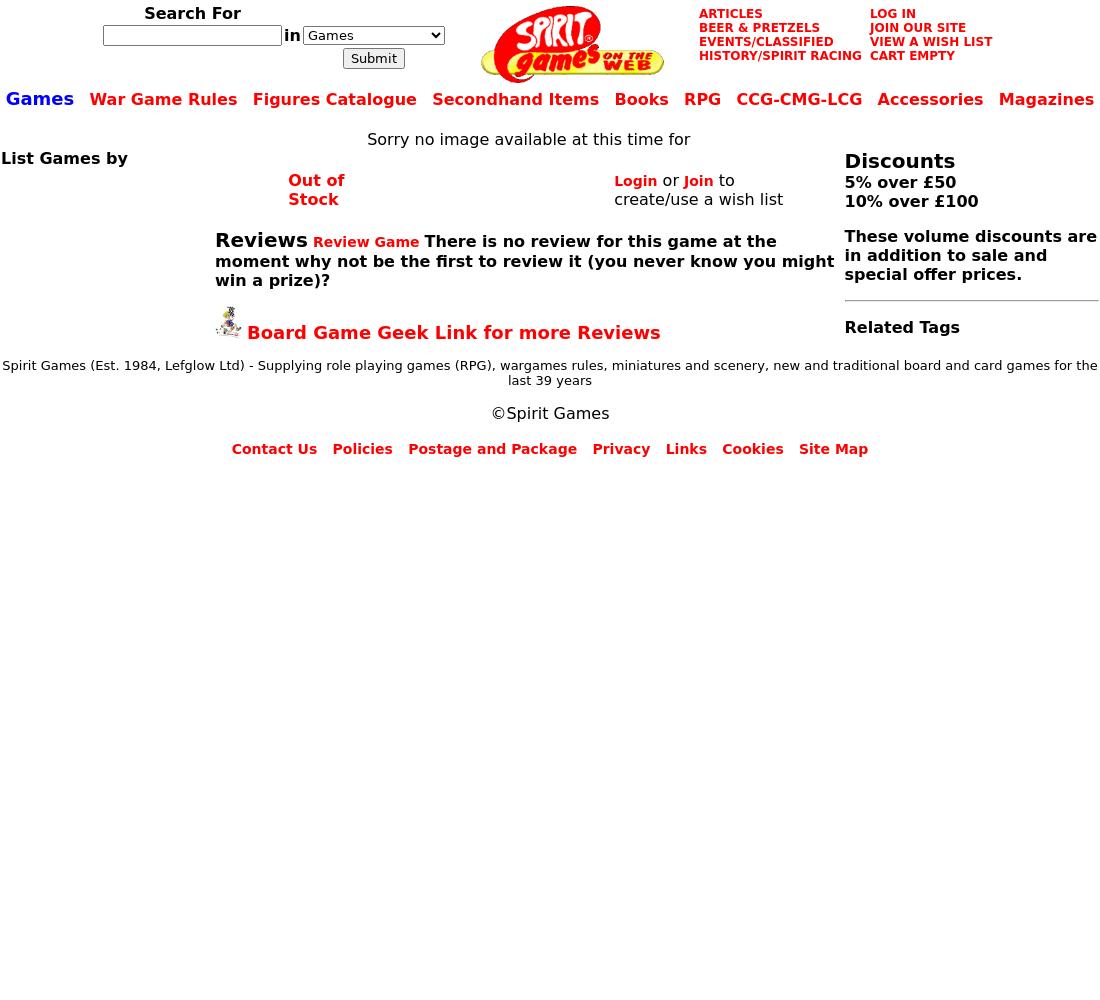 The height and width of the screenshot is (1000, 1100). I want to click on 'VIEW A WISH LIST', so click(931, 42).